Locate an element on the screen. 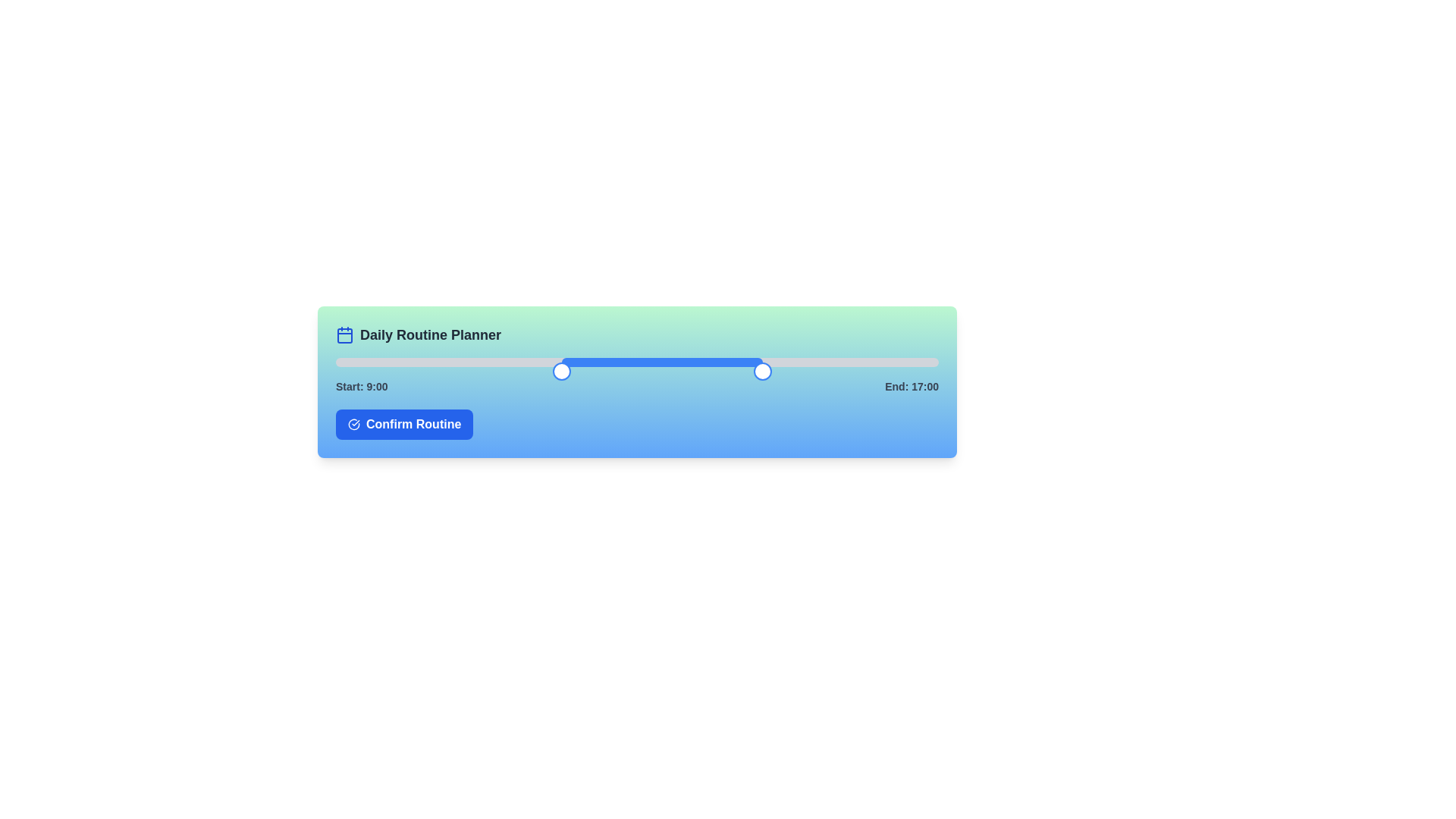 This screenshot has width=1456, height=819. the slider handle is located at coordinates (939, 371).